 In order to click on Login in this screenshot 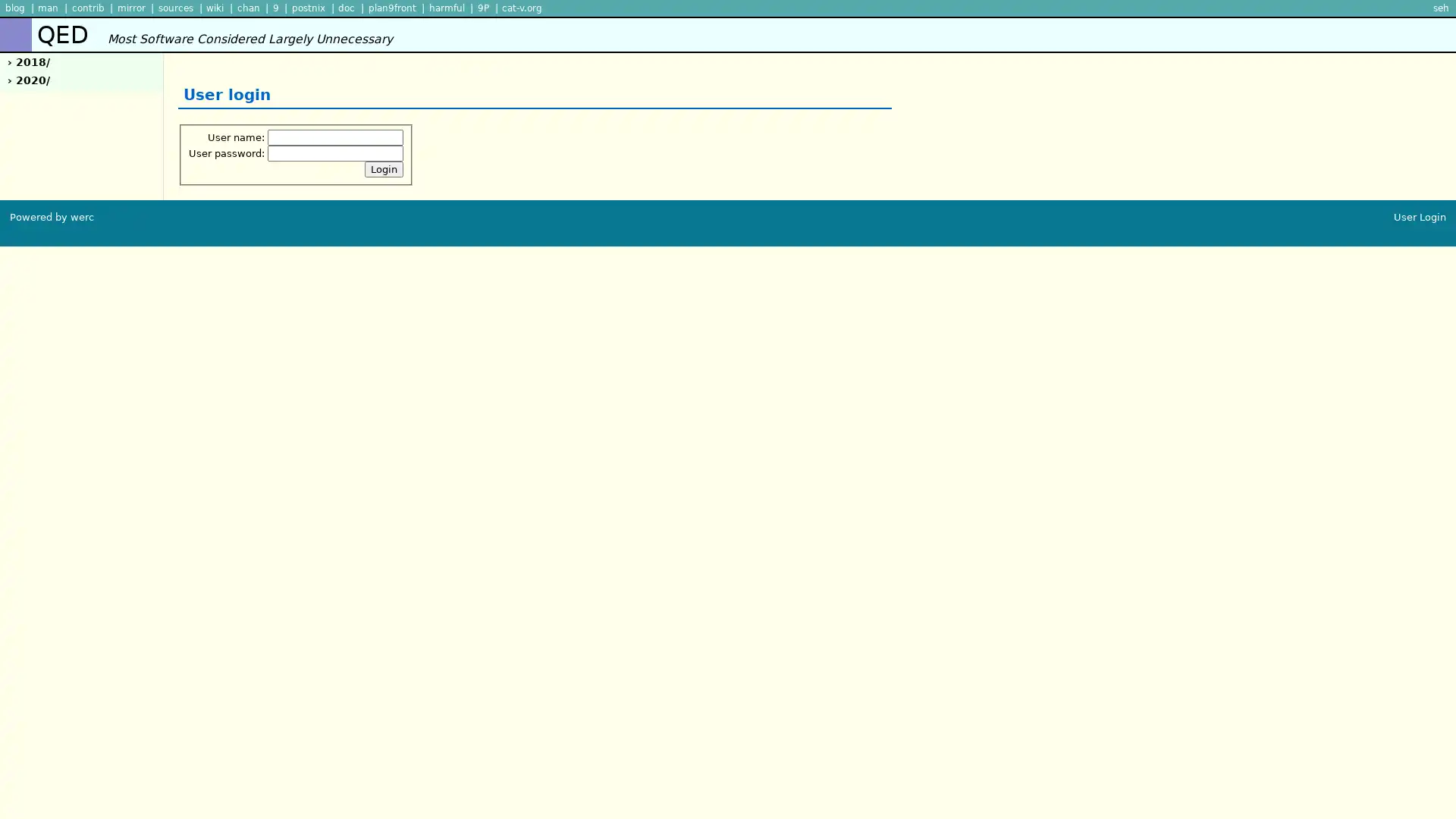, I will do `click(384, 169)`.